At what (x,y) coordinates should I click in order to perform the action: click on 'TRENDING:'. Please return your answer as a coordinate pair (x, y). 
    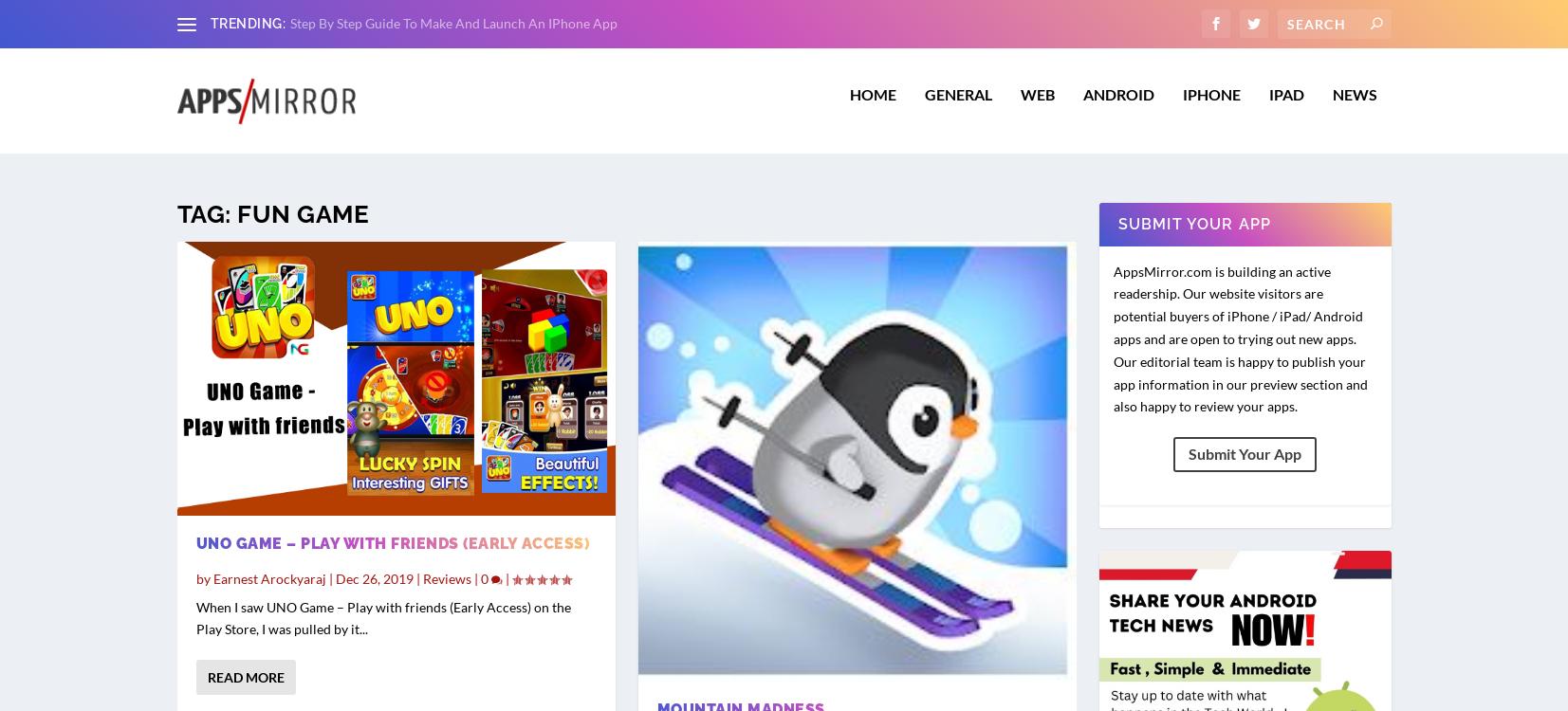
    Looking at the image, I should click on (247, 23).